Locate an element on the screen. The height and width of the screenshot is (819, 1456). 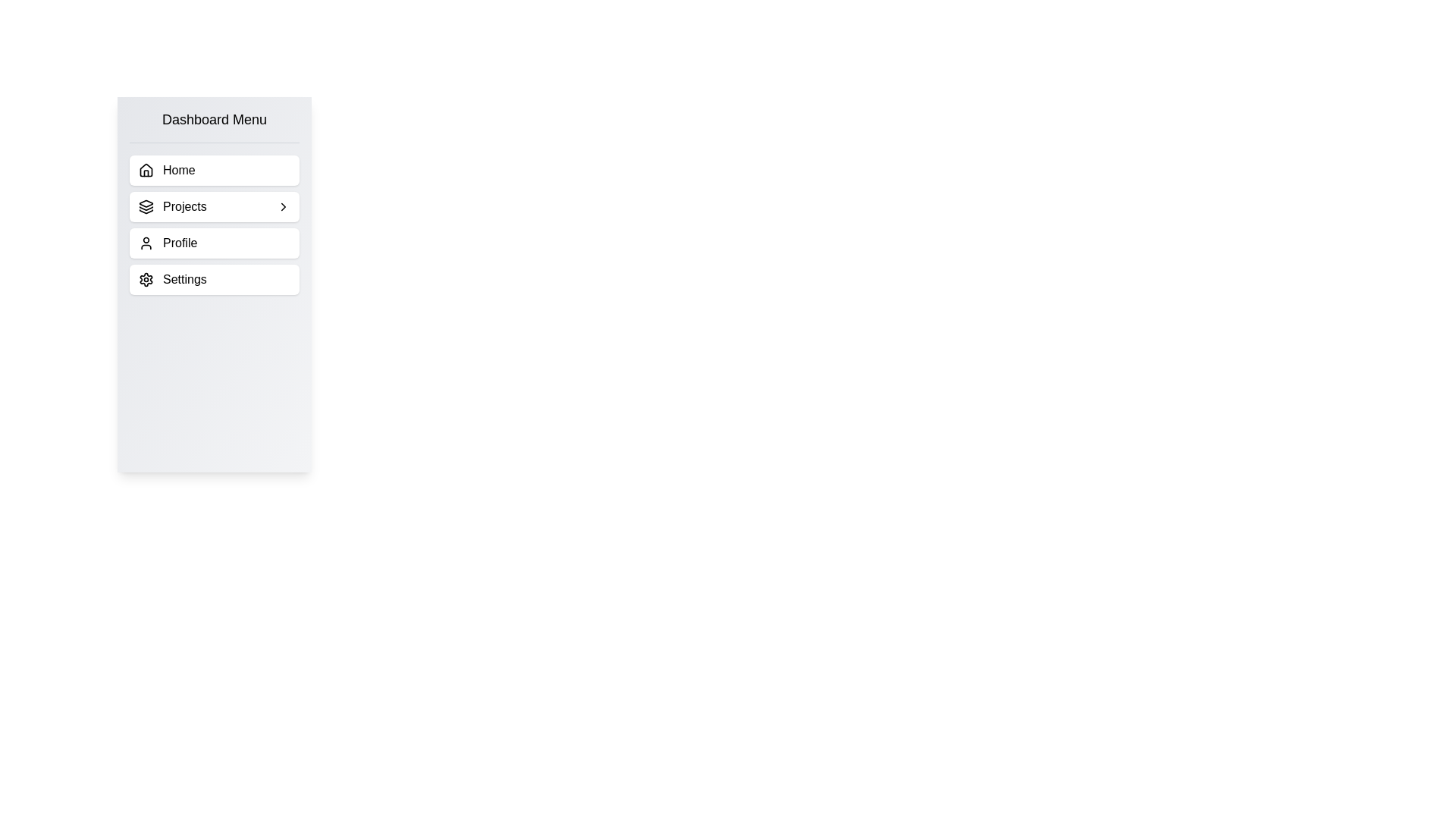
the house icon located in the vertical navigation menu, which symbolizes the home or dashboard functionality is located at coordinates (146, 169).